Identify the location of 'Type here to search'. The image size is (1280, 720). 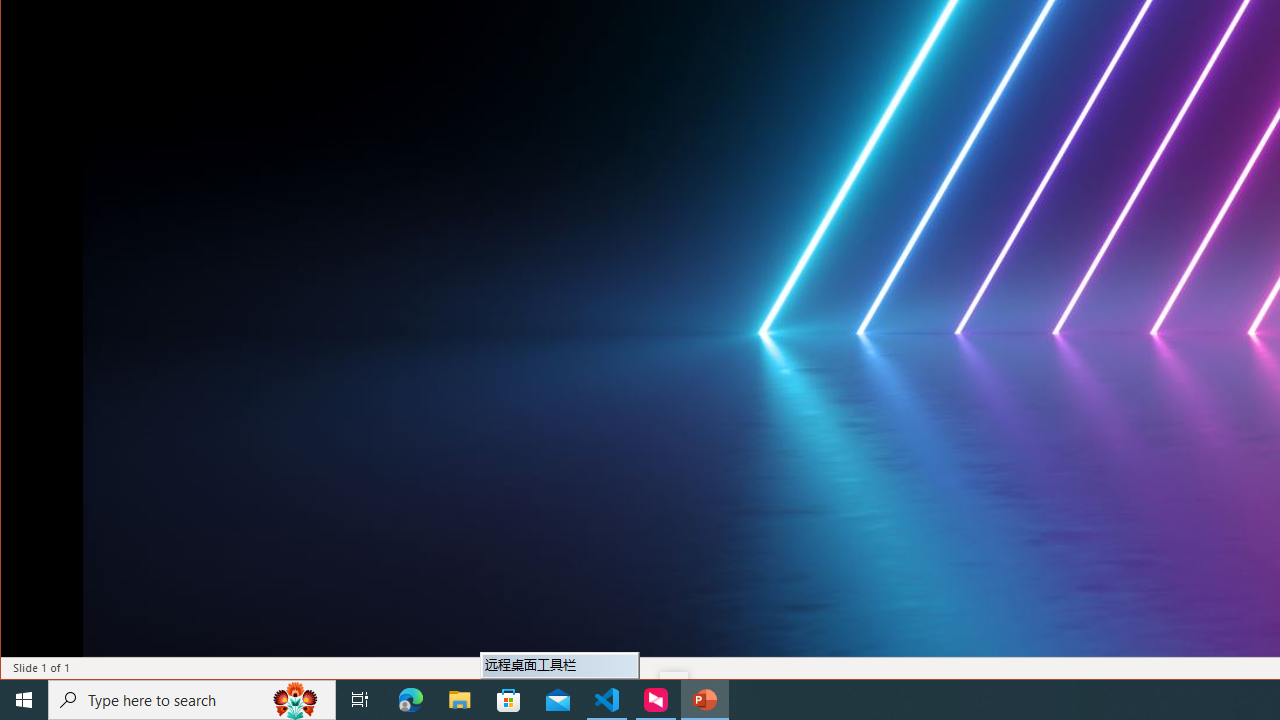
(192, 698).